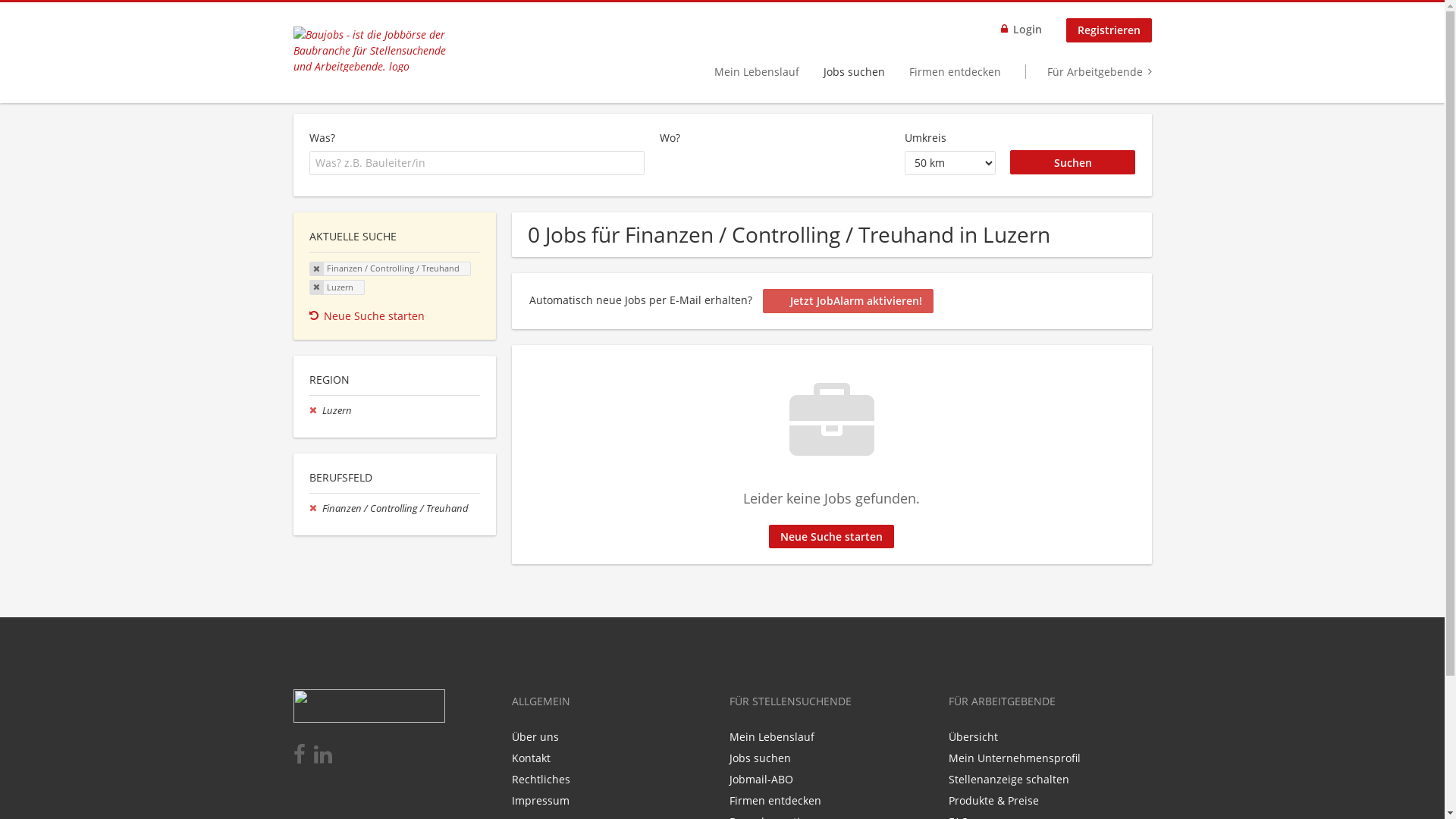 The width and height of the screenshot is (1456, 819). I want to click on 'Rechtliches', so click(540, 779).